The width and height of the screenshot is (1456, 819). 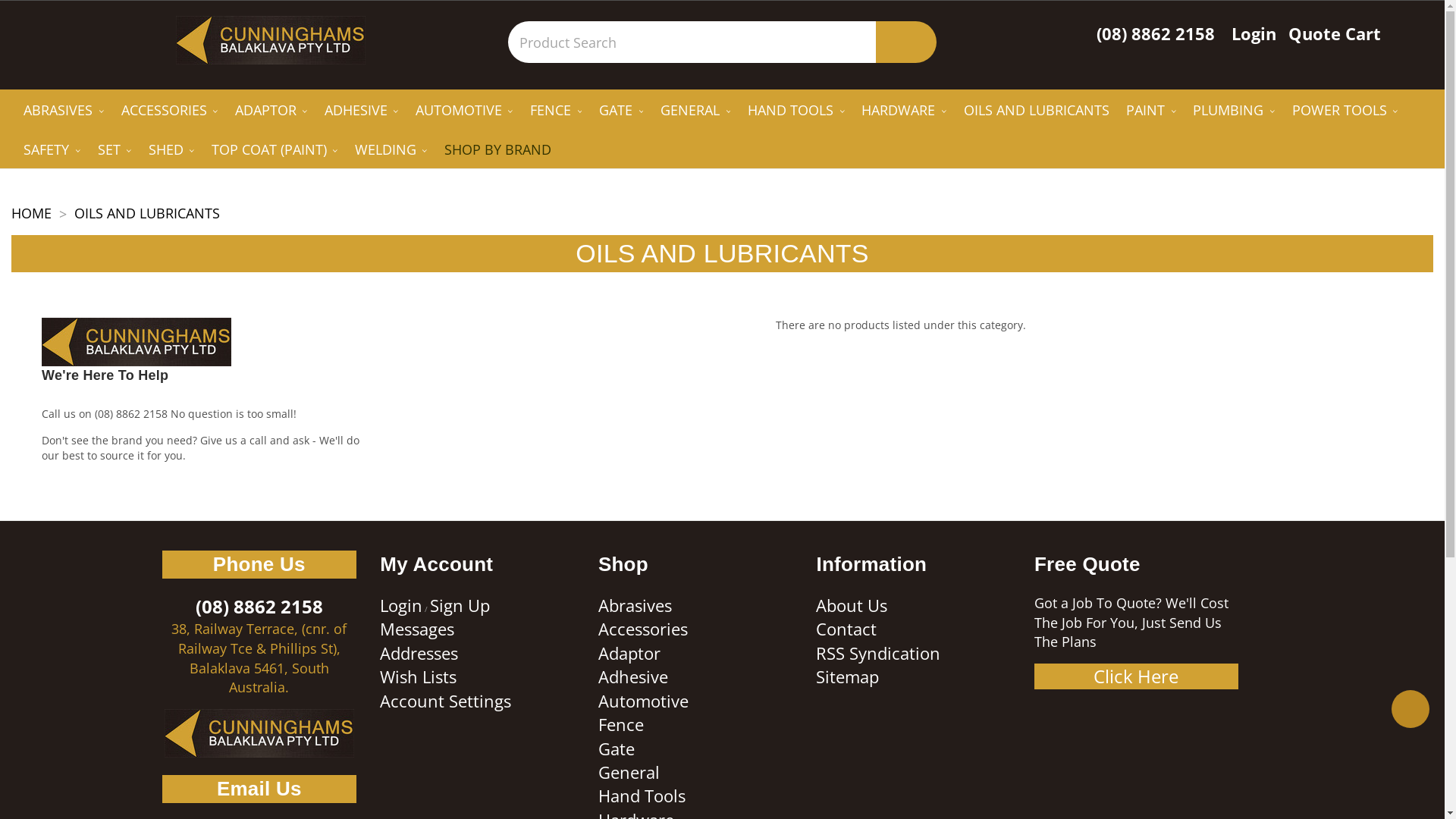 I want to click on 'Sign Up', so click(x=459, y=604).